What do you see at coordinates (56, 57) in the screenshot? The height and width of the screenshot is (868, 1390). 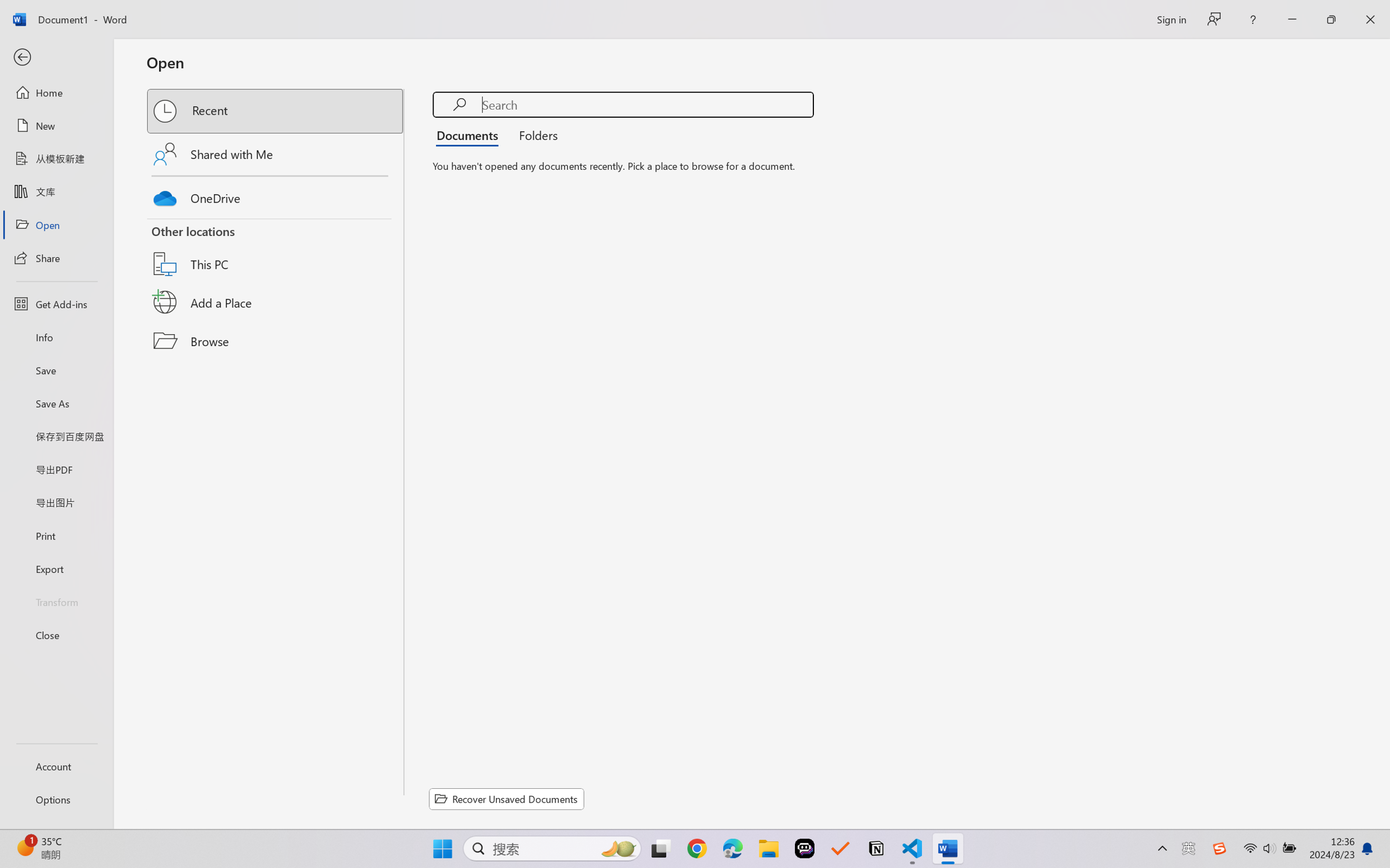 I see `'Back'` at bounding box center [56, 57].